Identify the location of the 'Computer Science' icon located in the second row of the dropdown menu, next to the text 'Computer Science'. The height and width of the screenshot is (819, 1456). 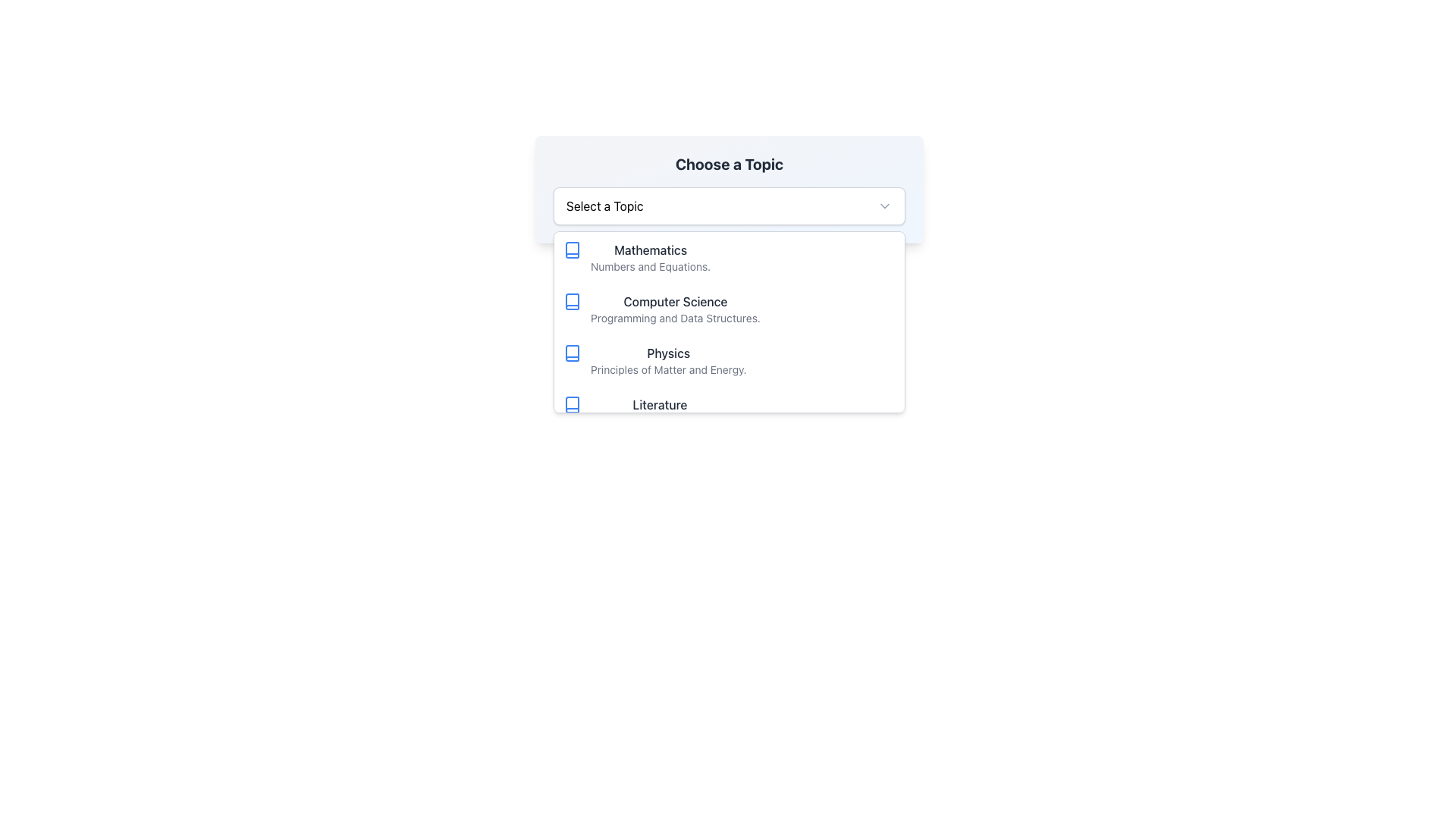
(571, 301).